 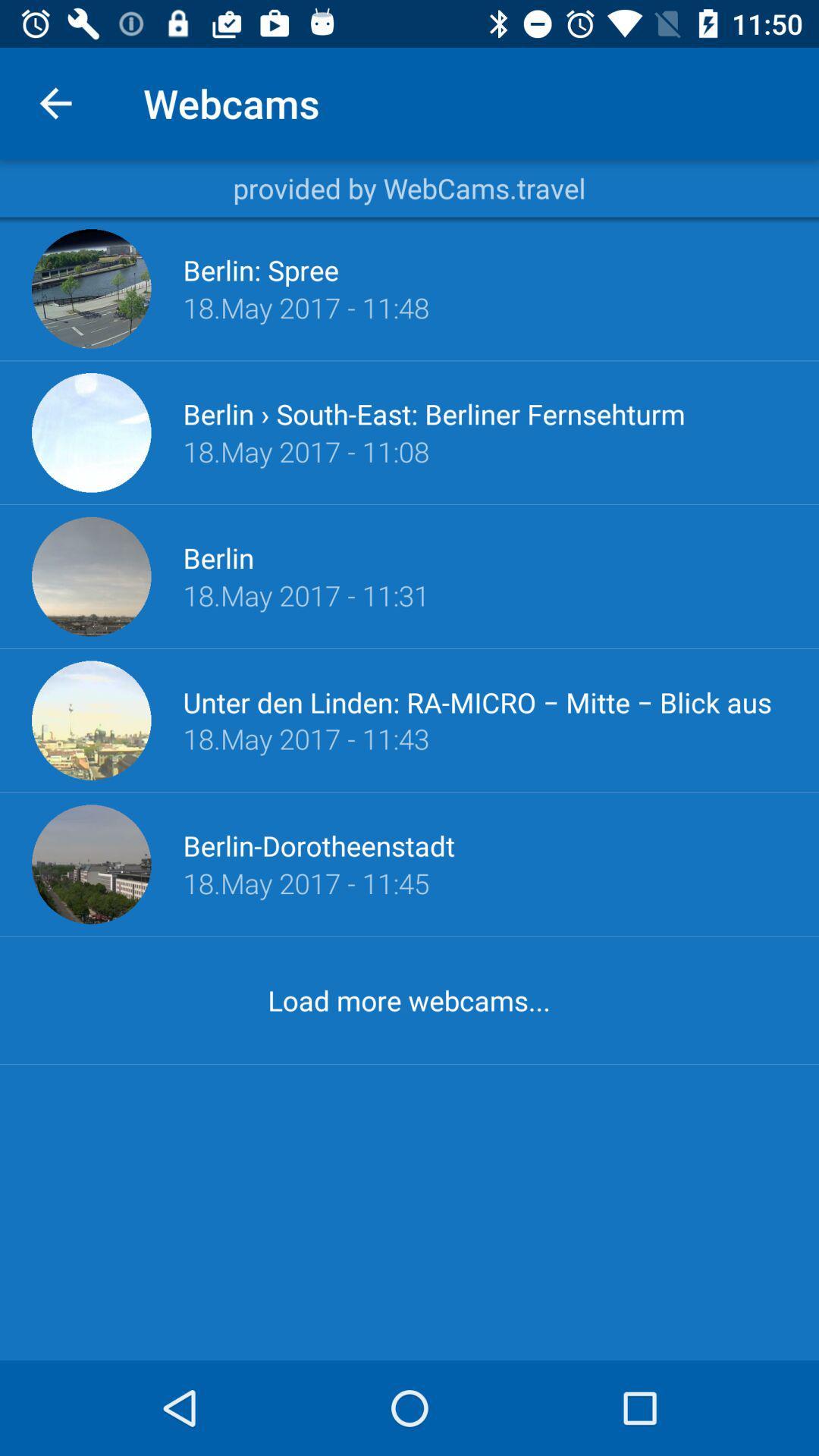 What do you see at coordinates (318, 845) in the screenshot?
I see `the item below 18 may 2017 icon` at bounding box center [318, 845].